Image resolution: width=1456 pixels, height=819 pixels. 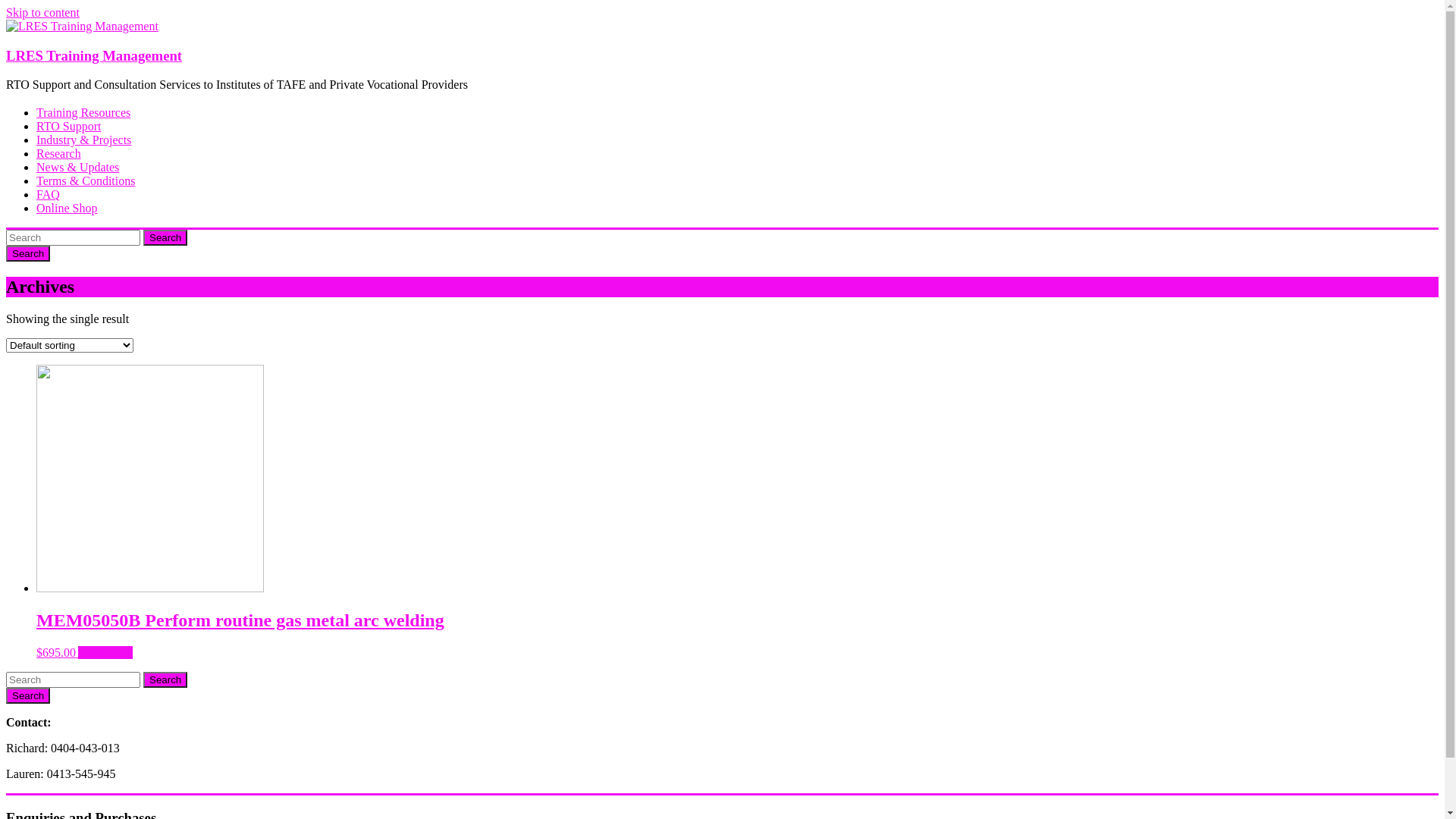 I want to click on 'RTO Support', so click(x=67, y=125).